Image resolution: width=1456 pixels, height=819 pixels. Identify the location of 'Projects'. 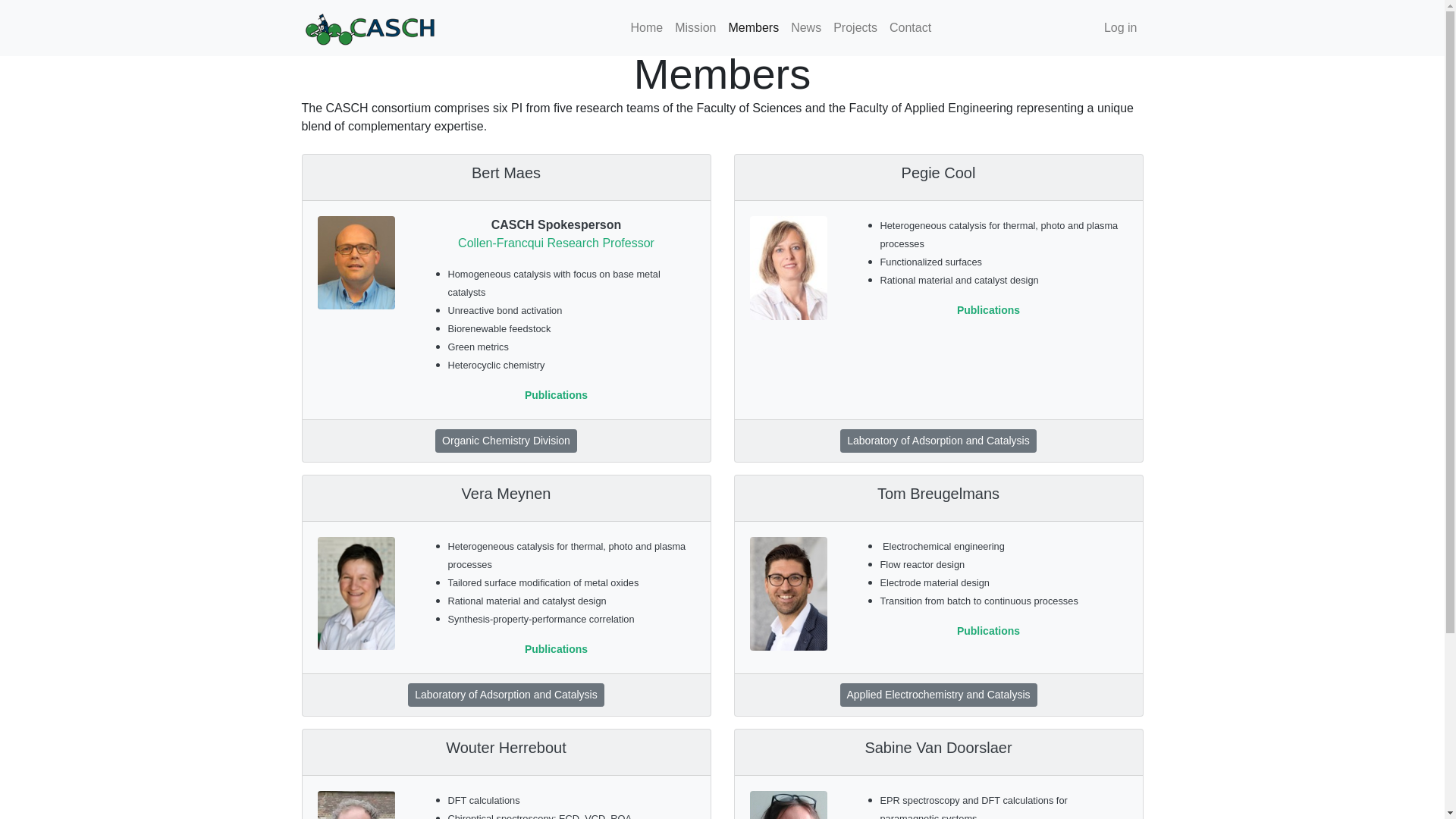
(855, 28).